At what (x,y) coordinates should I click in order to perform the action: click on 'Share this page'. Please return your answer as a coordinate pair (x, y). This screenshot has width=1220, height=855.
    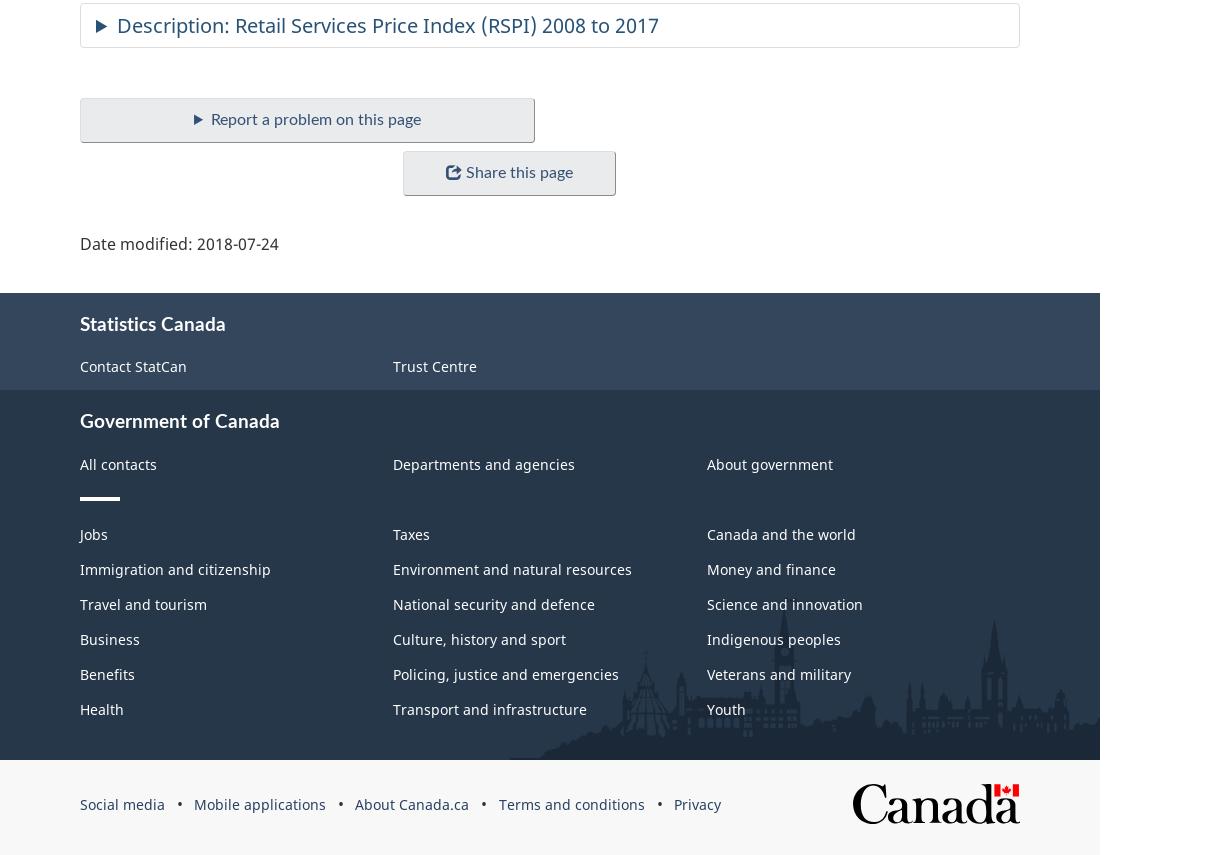
    Looking at the image, I should click on (518, 171).